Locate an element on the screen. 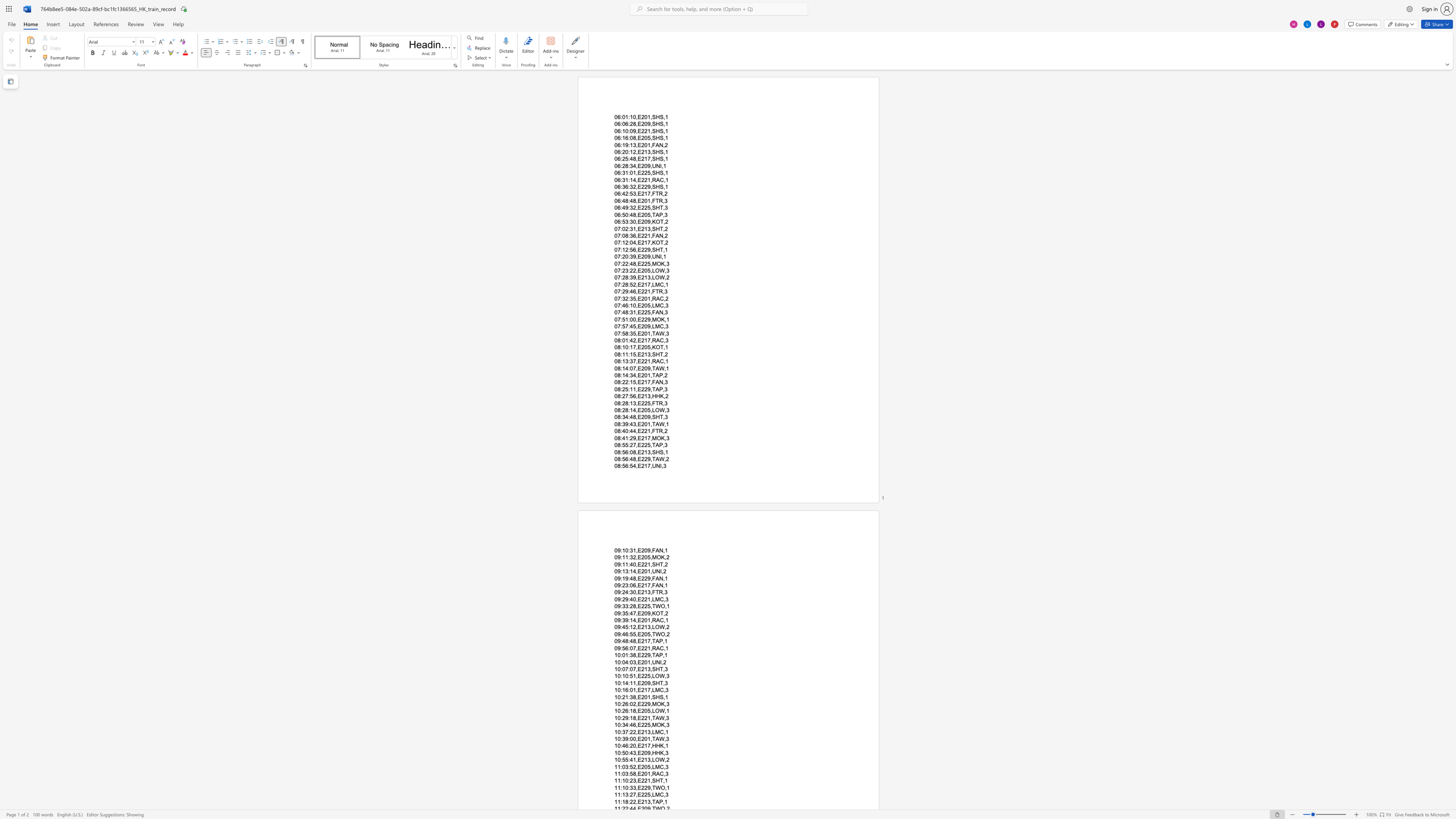 This screenshot has height=819, width=1456. the subset text ":10,E2" within the text "06:01:10,E201,SHS,1" is located at coordinates (628, 117).